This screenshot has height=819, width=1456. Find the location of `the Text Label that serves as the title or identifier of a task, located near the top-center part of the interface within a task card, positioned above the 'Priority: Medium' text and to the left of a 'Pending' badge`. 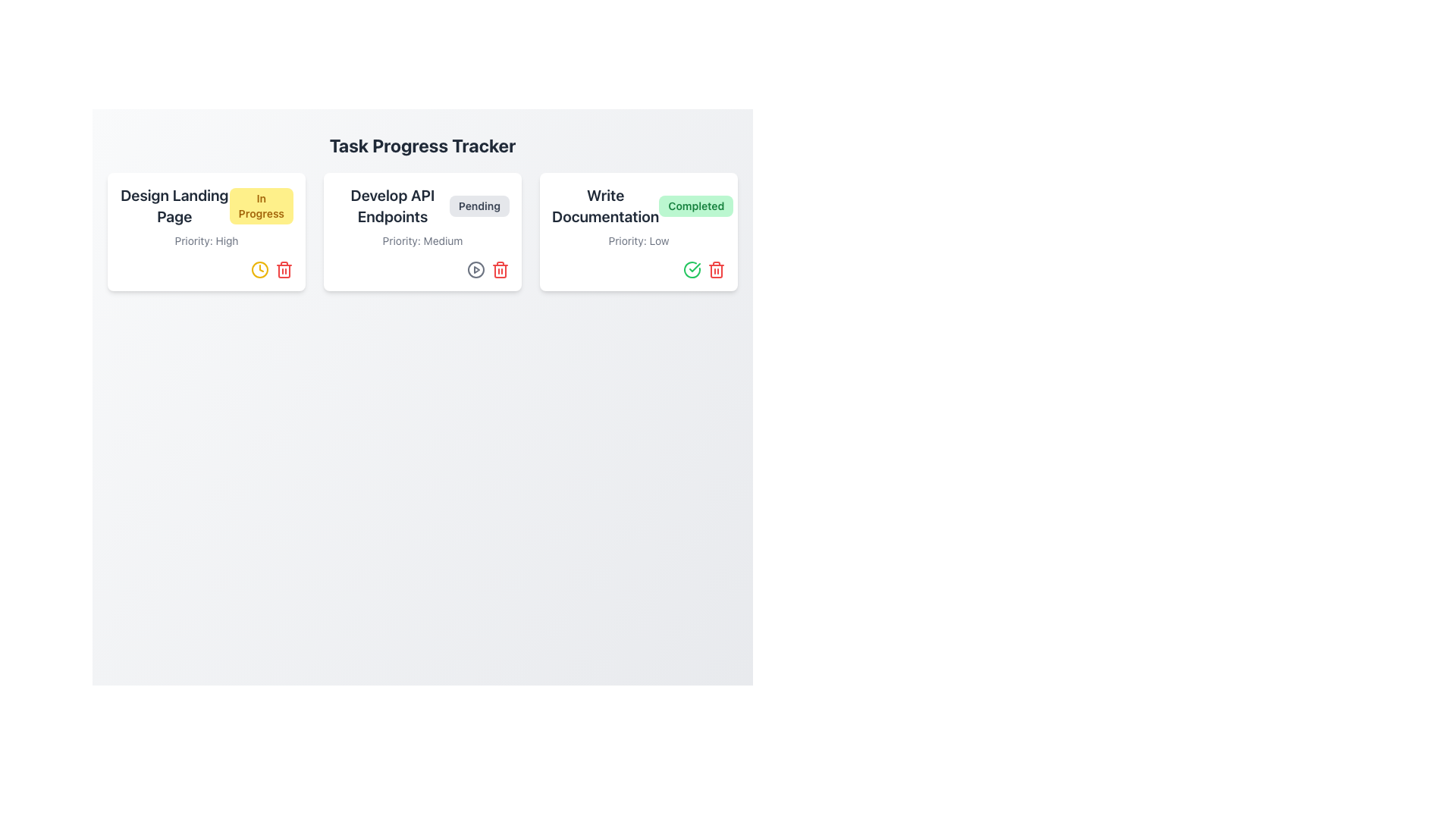

the Text Label that serves as the title or identifier of a task, located near the top-center part of the interface within a task card, positioned above the 'Priority: Medium' text and to the left of a 'Pending' badge is located at coordinates (393, 206).